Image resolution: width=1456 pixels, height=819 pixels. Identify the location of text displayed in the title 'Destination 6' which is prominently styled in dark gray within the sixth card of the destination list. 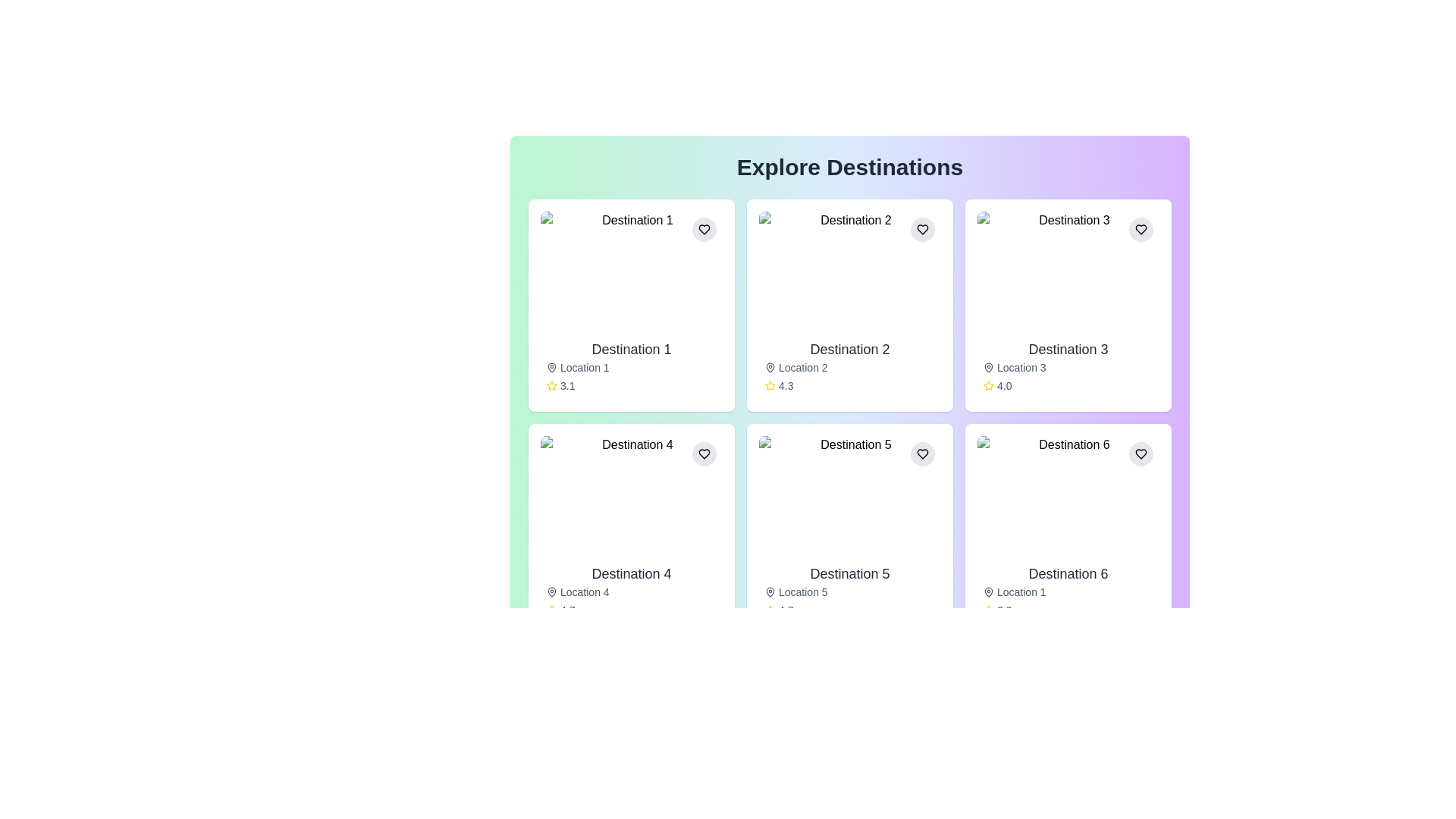
(1068, 573).